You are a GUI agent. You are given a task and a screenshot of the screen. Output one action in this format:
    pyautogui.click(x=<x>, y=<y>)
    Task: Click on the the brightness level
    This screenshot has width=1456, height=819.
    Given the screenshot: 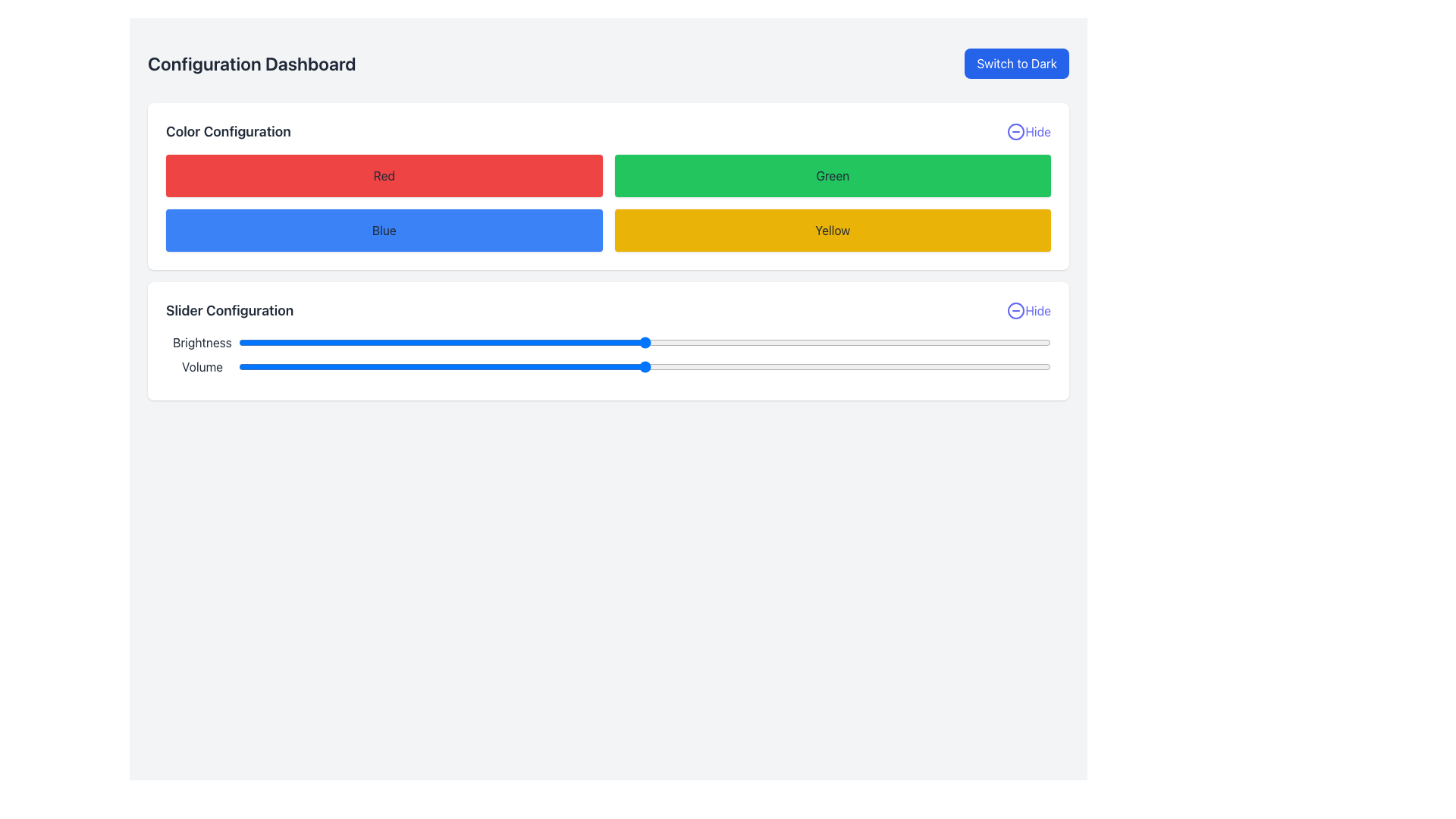 What is the action you would take?
    pyautogui.click(x=335, y=342)
    